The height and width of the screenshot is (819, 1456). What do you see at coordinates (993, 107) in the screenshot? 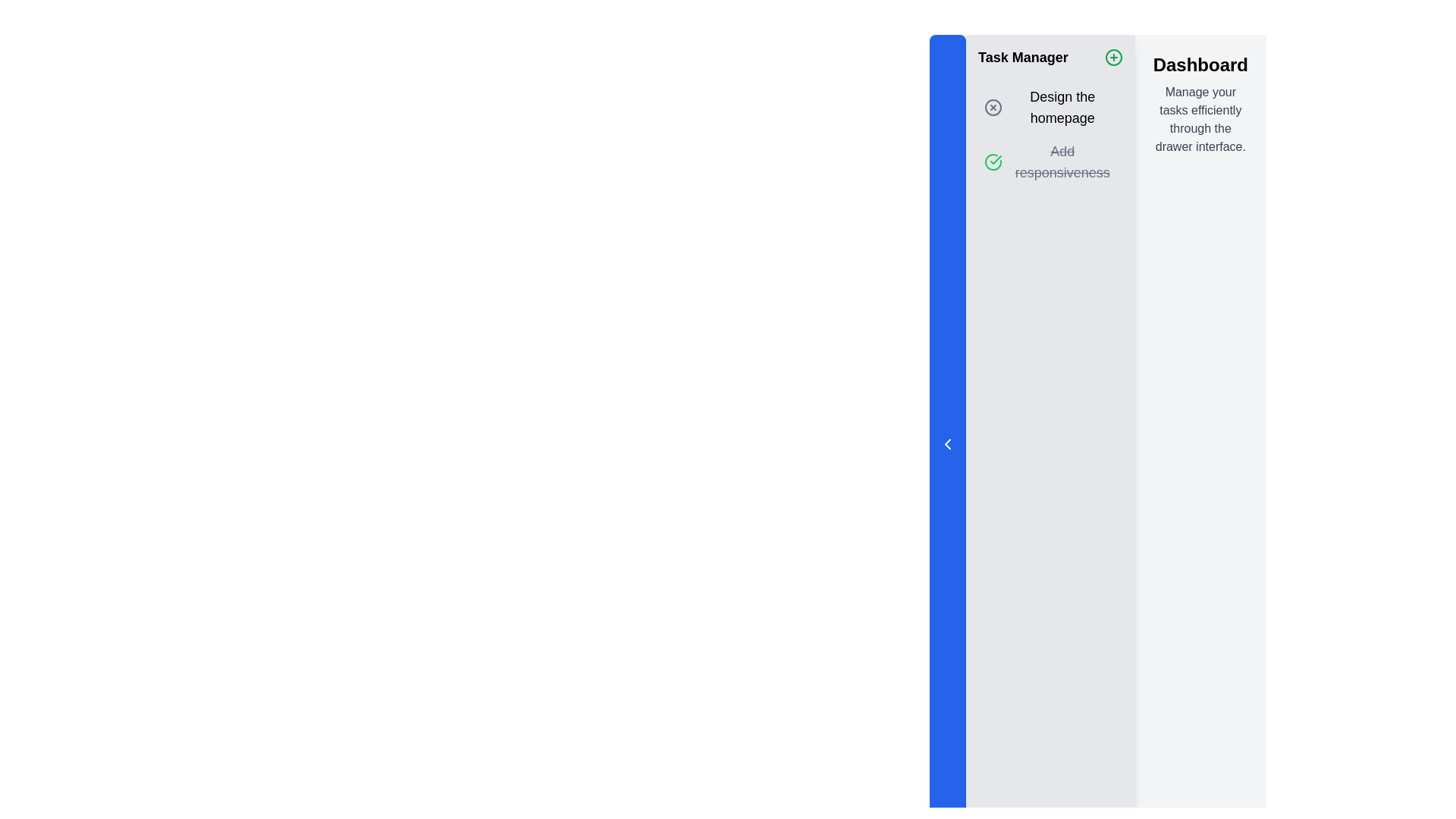
I see `the circular gray button with an 'X' shape that appears adjacent to the left of the 'Design the homepage' text in the Task Manager section` at bounding box center [993, 107].